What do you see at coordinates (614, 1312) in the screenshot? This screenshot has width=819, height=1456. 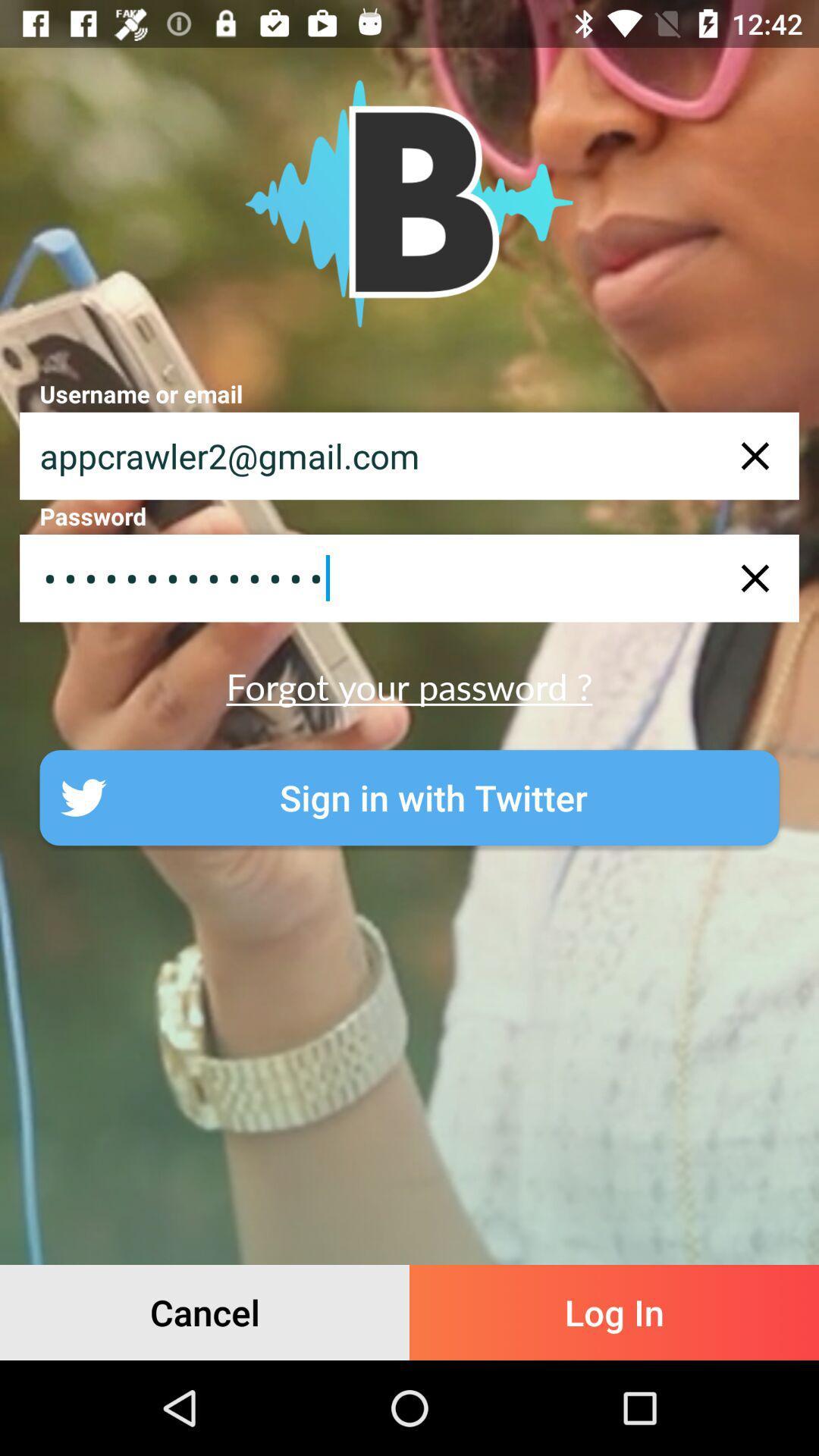 I see `the icon to the right of the cancel icon` at bounding box center [614, 1312].